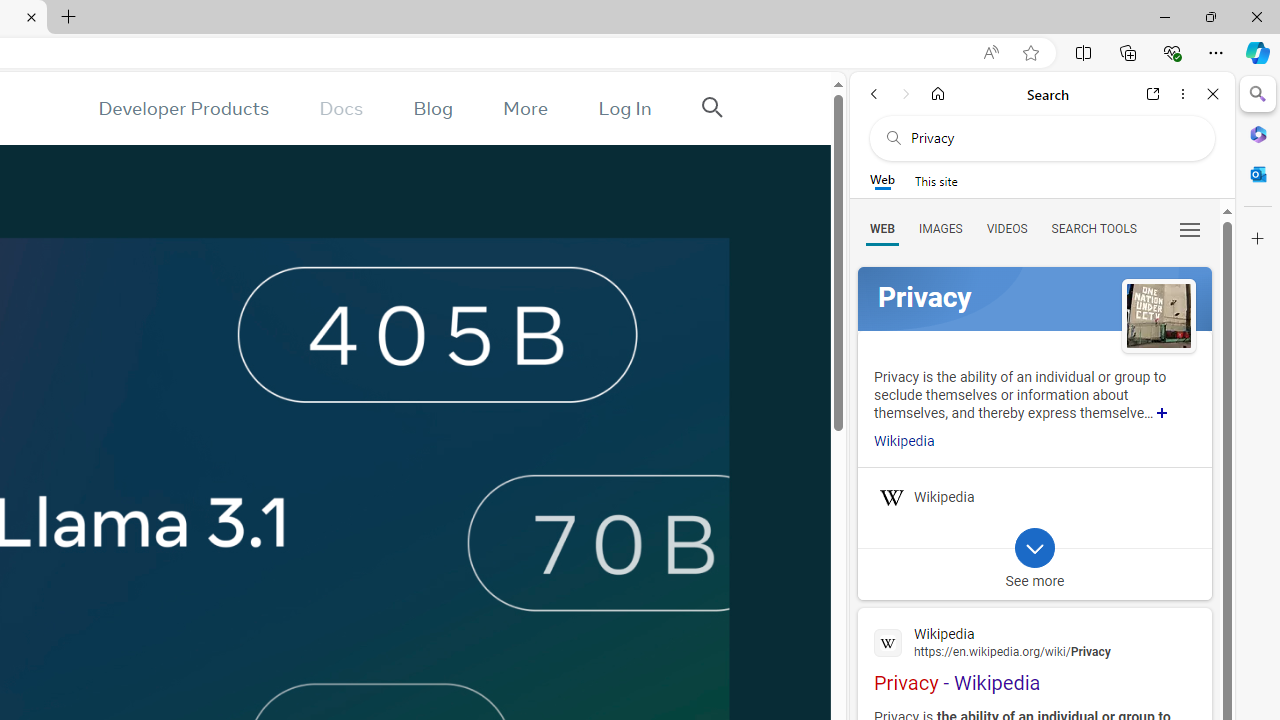 This screenshot has height=720, width=1280. What do you see at coordinates (1092, 227) in the screenshot?
I see `'SEARCH TOOLS'` at bounding box center [1092, 227].